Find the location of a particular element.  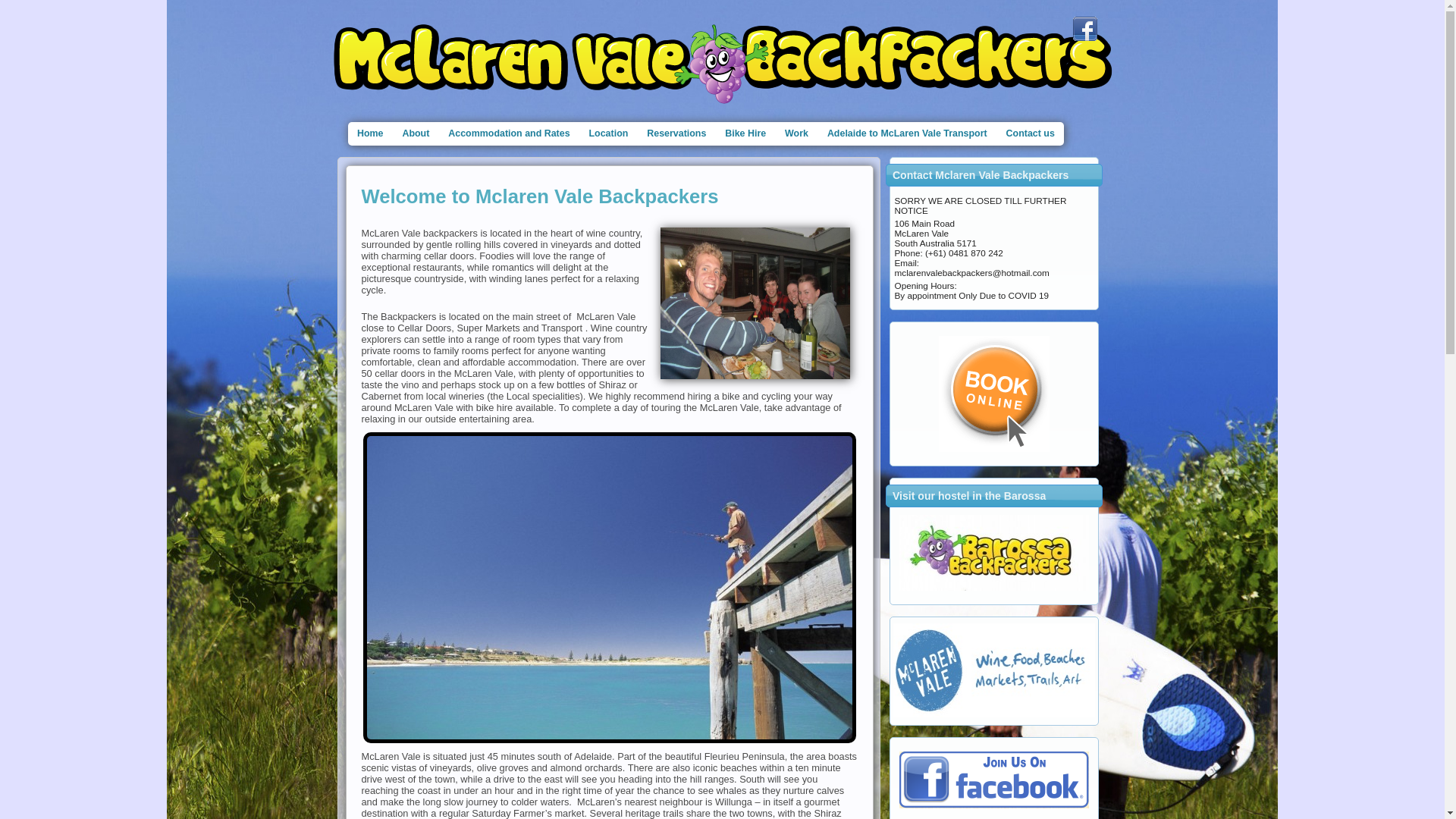

'Accommodation and Rates' is located at coordinates (509, 133).